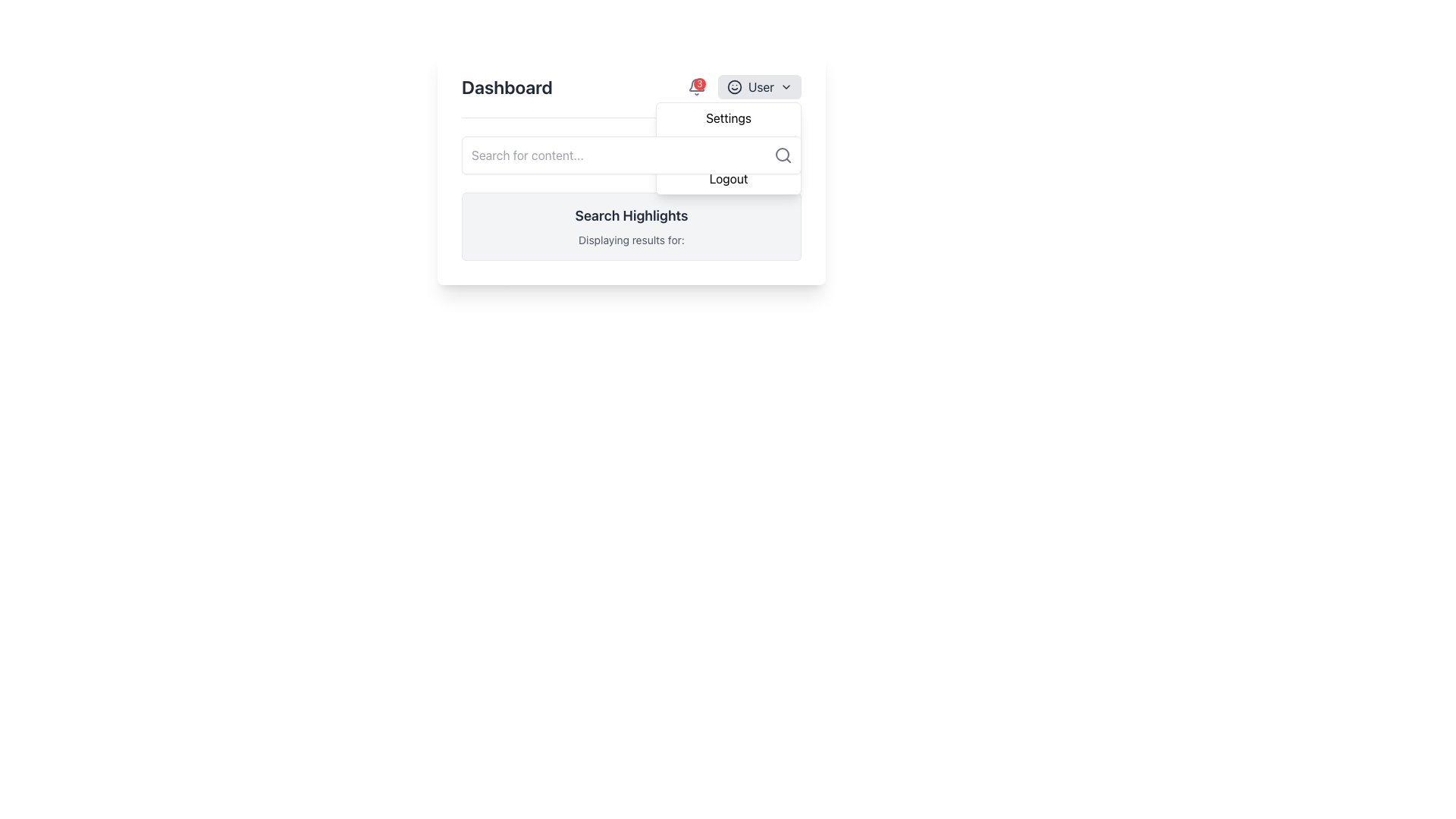 The width and height of the screenshot is (1456, 819). What do you see at coordinates (632, 96) in the screenshot?
I see `the notification badge located on the top navigational and status bar` at bounding box center [632, 96].